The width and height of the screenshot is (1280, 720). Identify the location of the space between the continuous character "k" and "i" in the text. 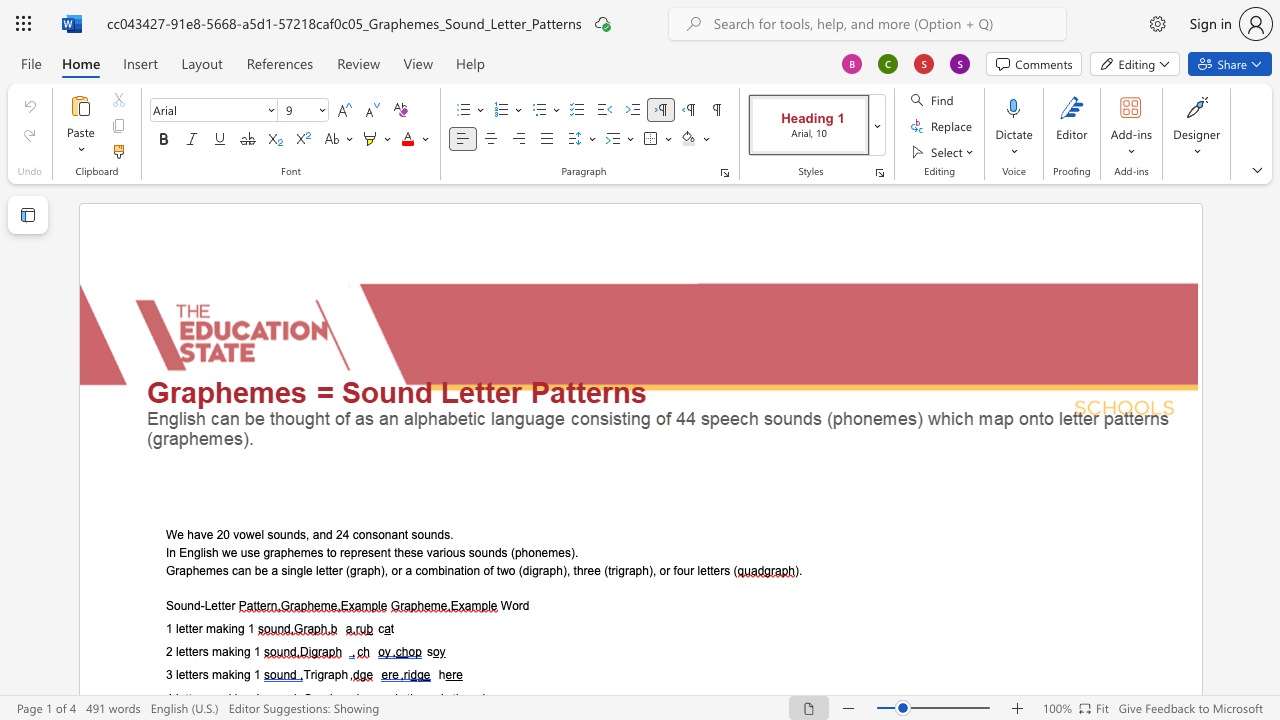
(227, 628).